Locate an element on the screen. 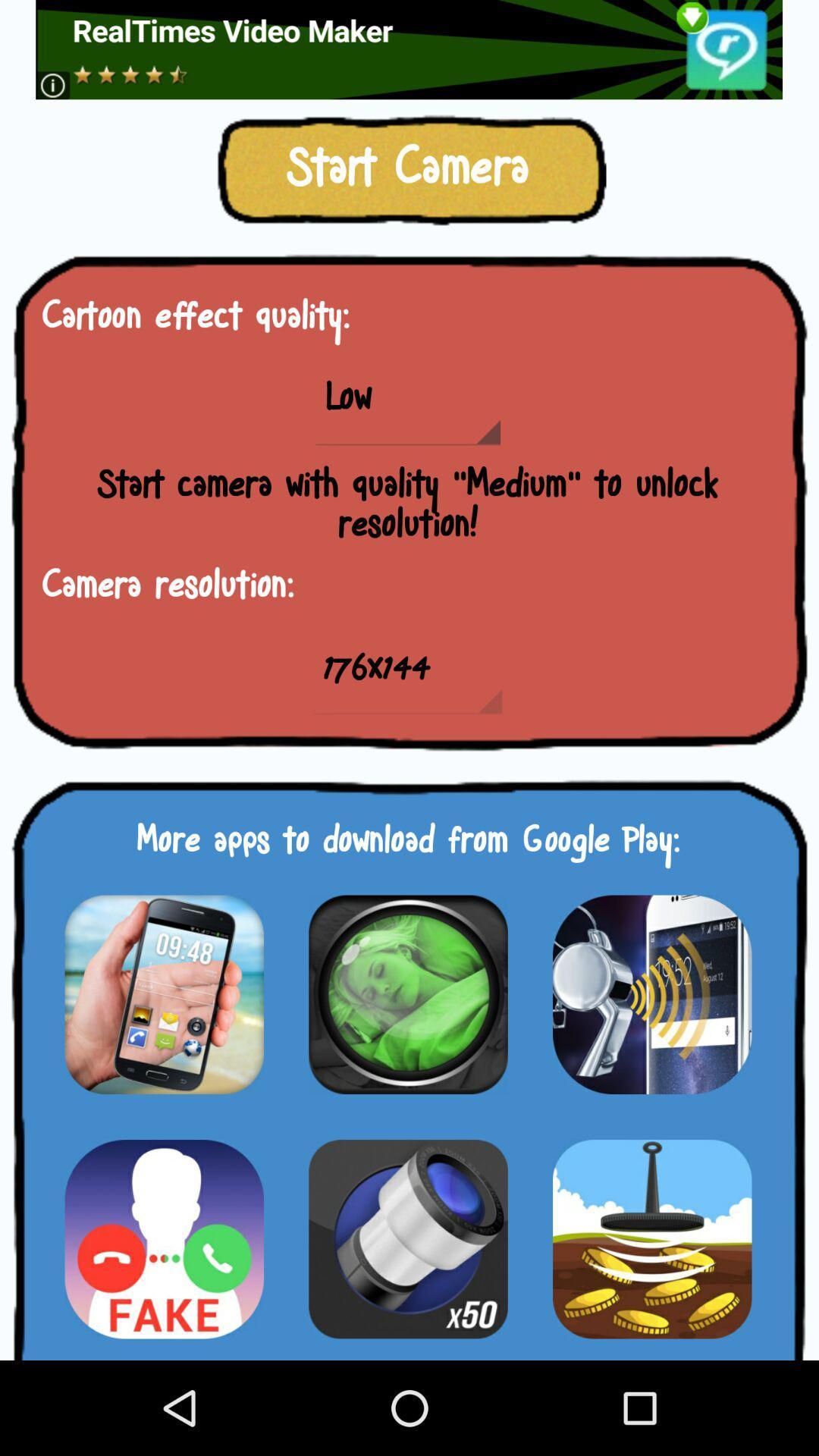  download whistle app is located at coordinates (651, 994).